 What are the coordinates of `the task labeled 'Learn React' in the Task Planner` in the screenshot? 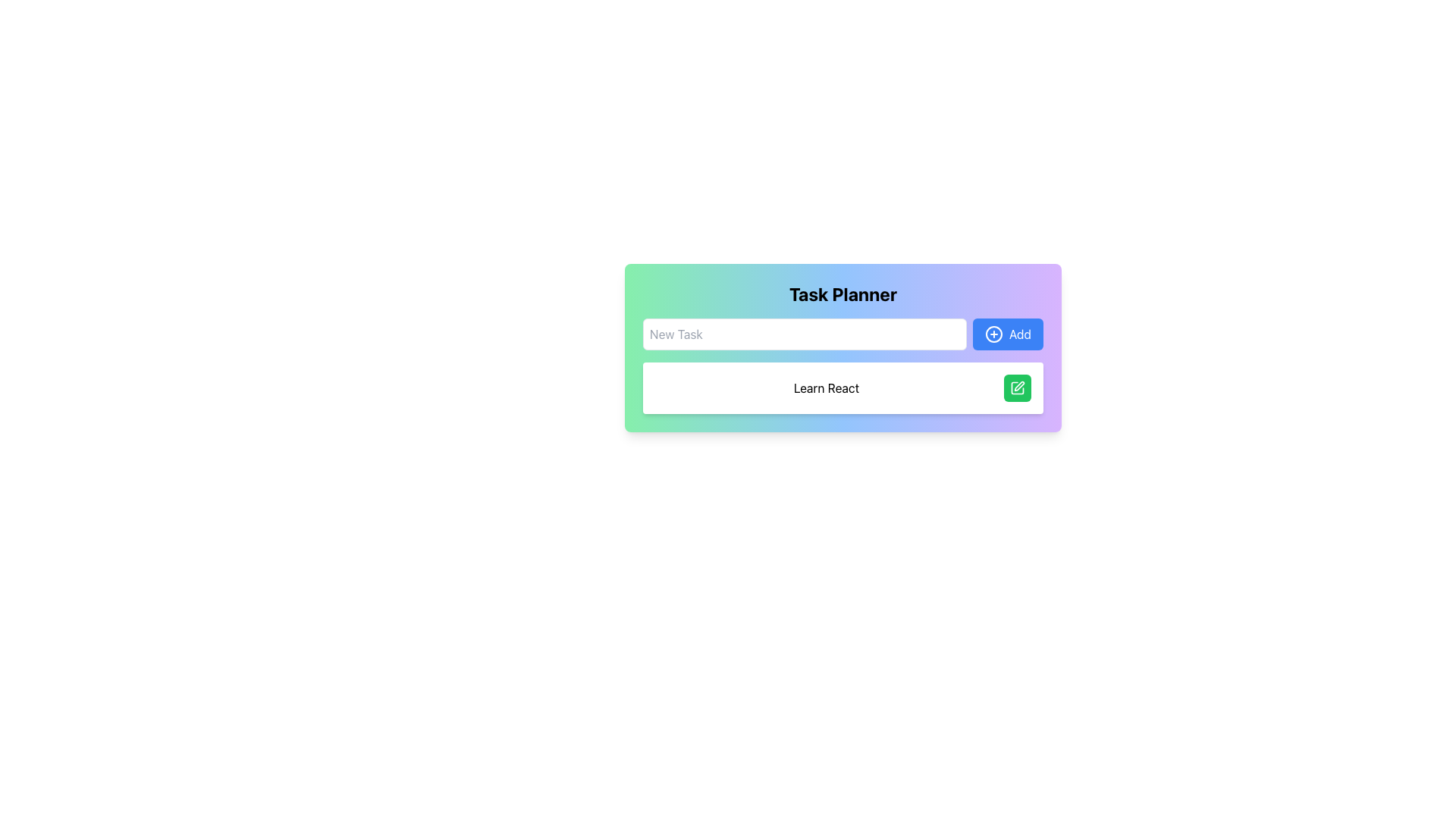 It's located at (843, 388).